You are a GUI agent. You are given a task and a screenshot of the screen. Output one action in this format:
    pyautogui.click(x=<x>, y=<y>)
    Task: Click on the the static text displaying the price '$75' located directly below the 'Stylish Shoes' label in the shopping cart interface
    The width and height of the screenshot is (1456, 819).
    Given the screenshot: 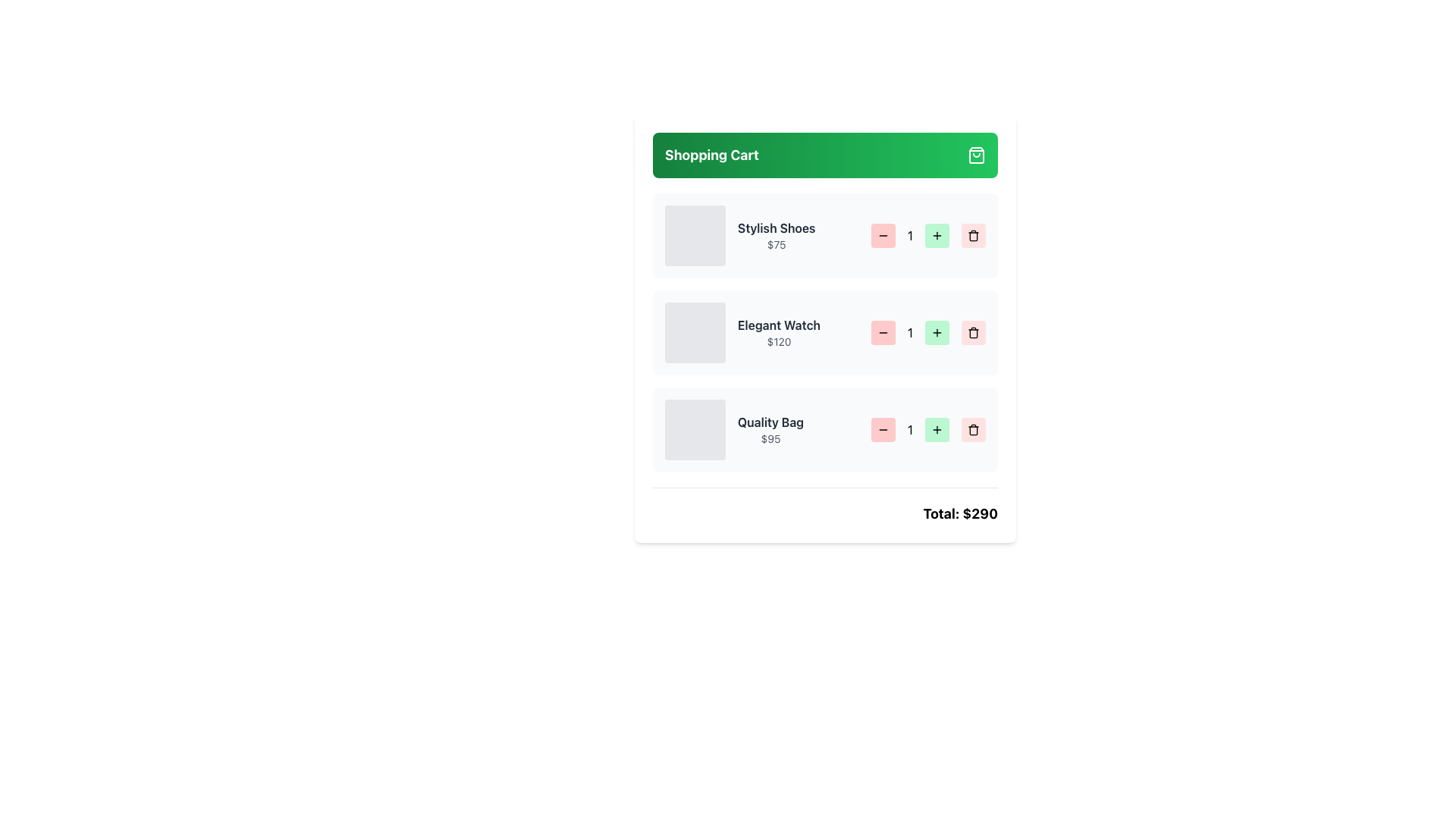 What is the action you would take?
    pyautogui.click(x=777, y=244)
    